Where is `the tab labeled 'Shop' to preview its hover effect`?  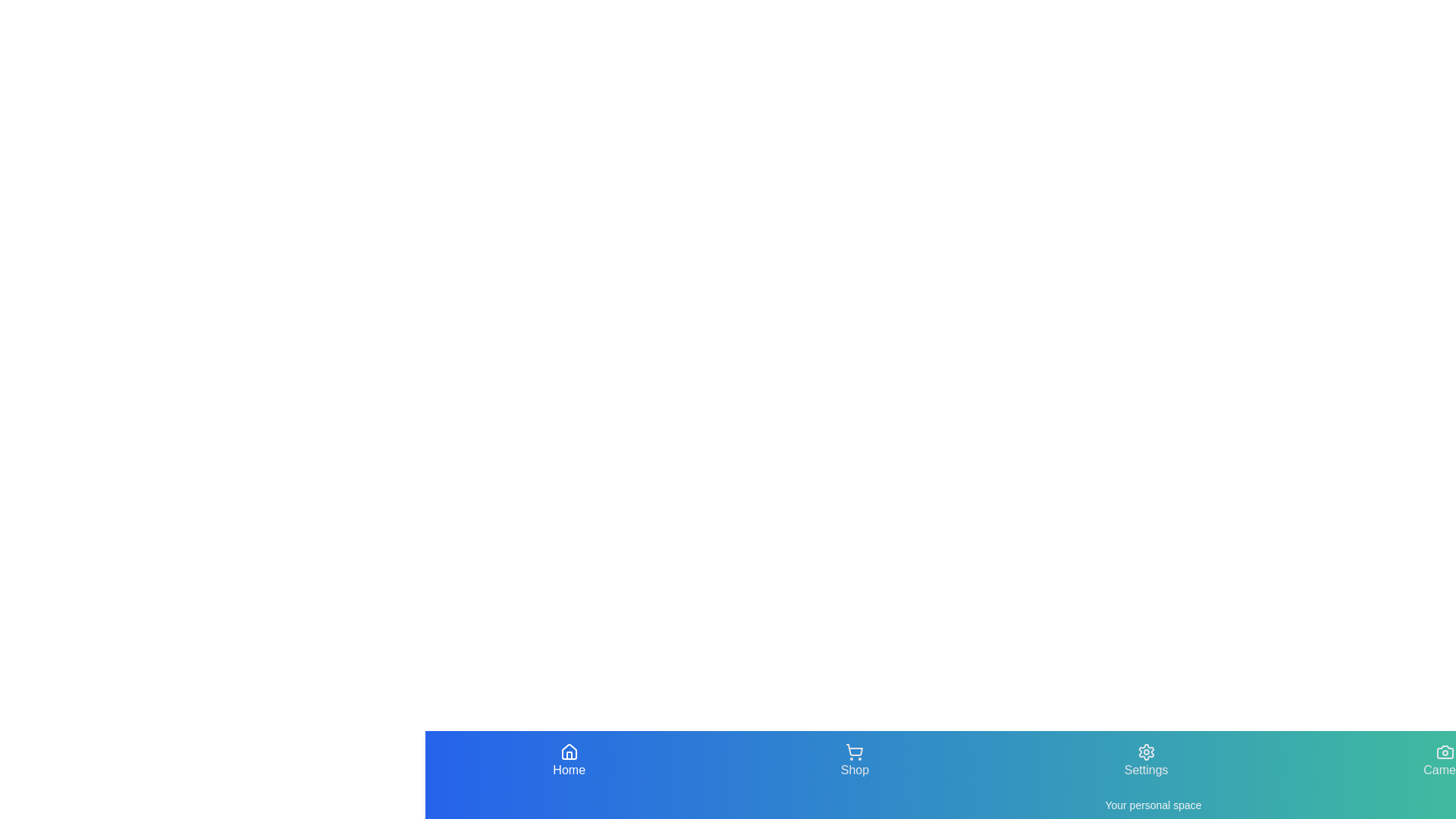
the tab labeled 'Shop' to preview its hover effect is located at coordinates (855, 761).